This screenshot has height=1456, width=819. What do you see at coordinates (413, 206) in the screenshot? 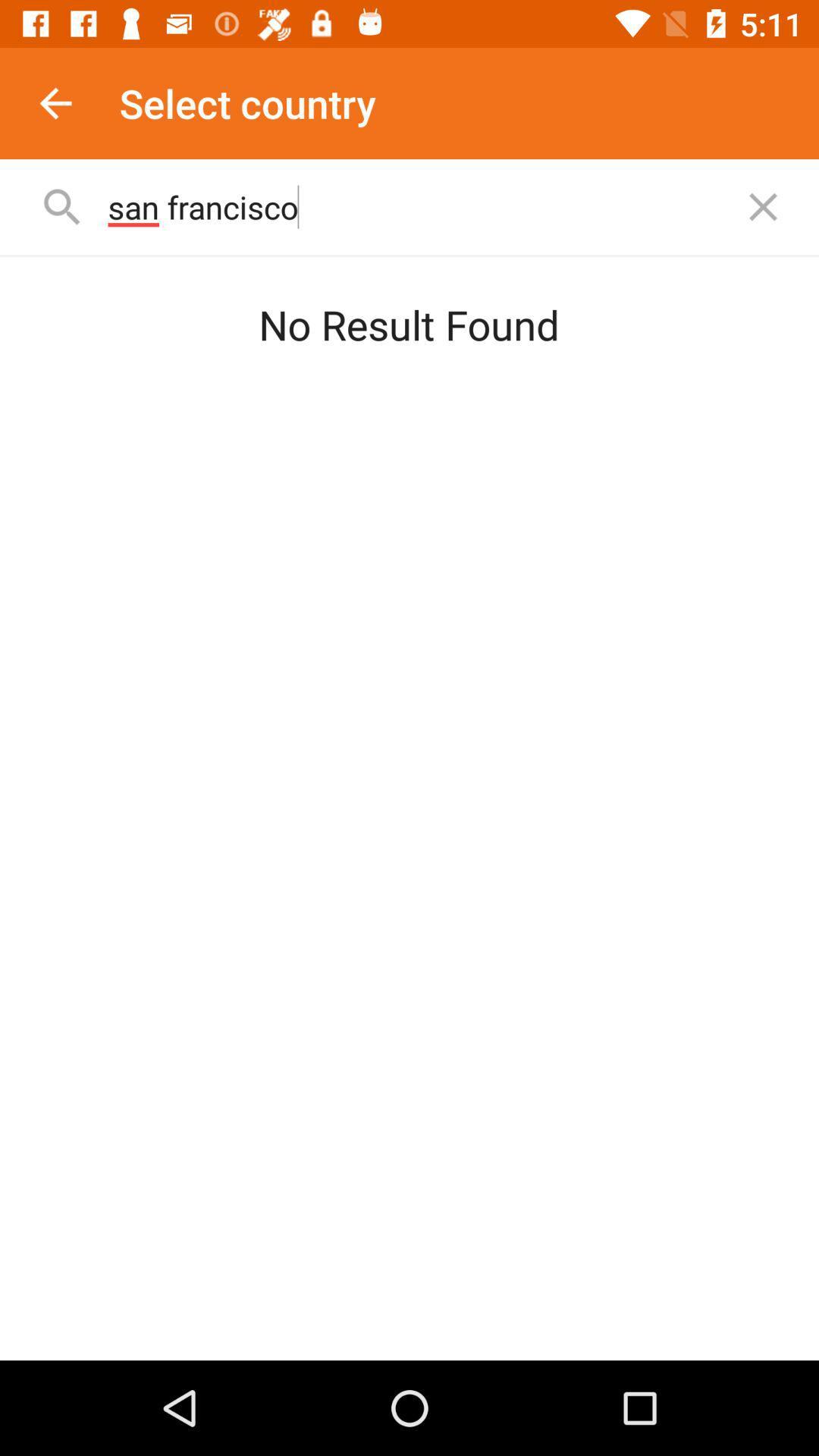
I see `the san francisco` at bounding box center [413, 206].